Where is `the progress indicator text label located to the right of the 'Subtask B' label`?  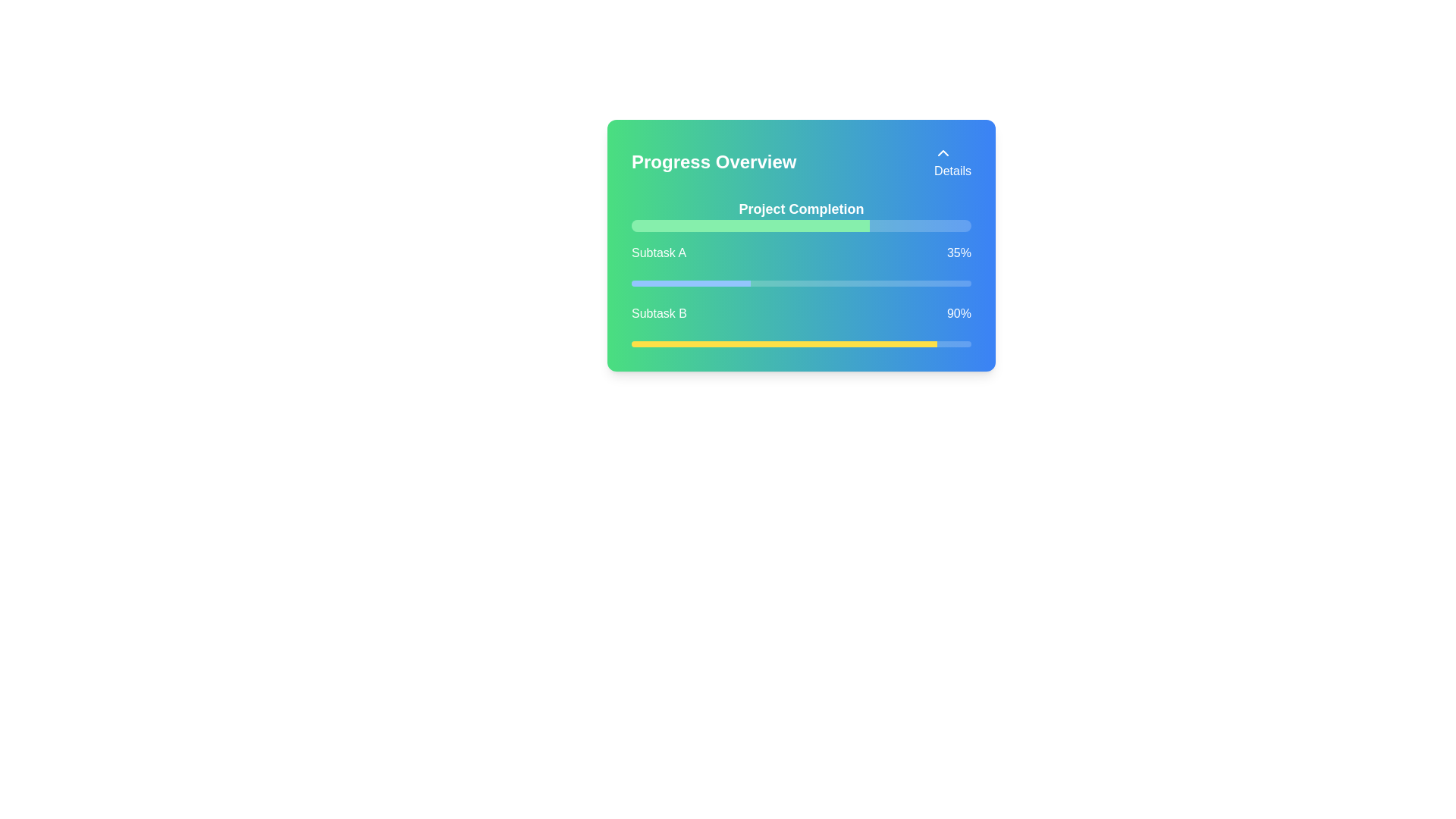
the progress indicator text label located to the right of the 'Subtask B' label is located at coordinates (958, 312).